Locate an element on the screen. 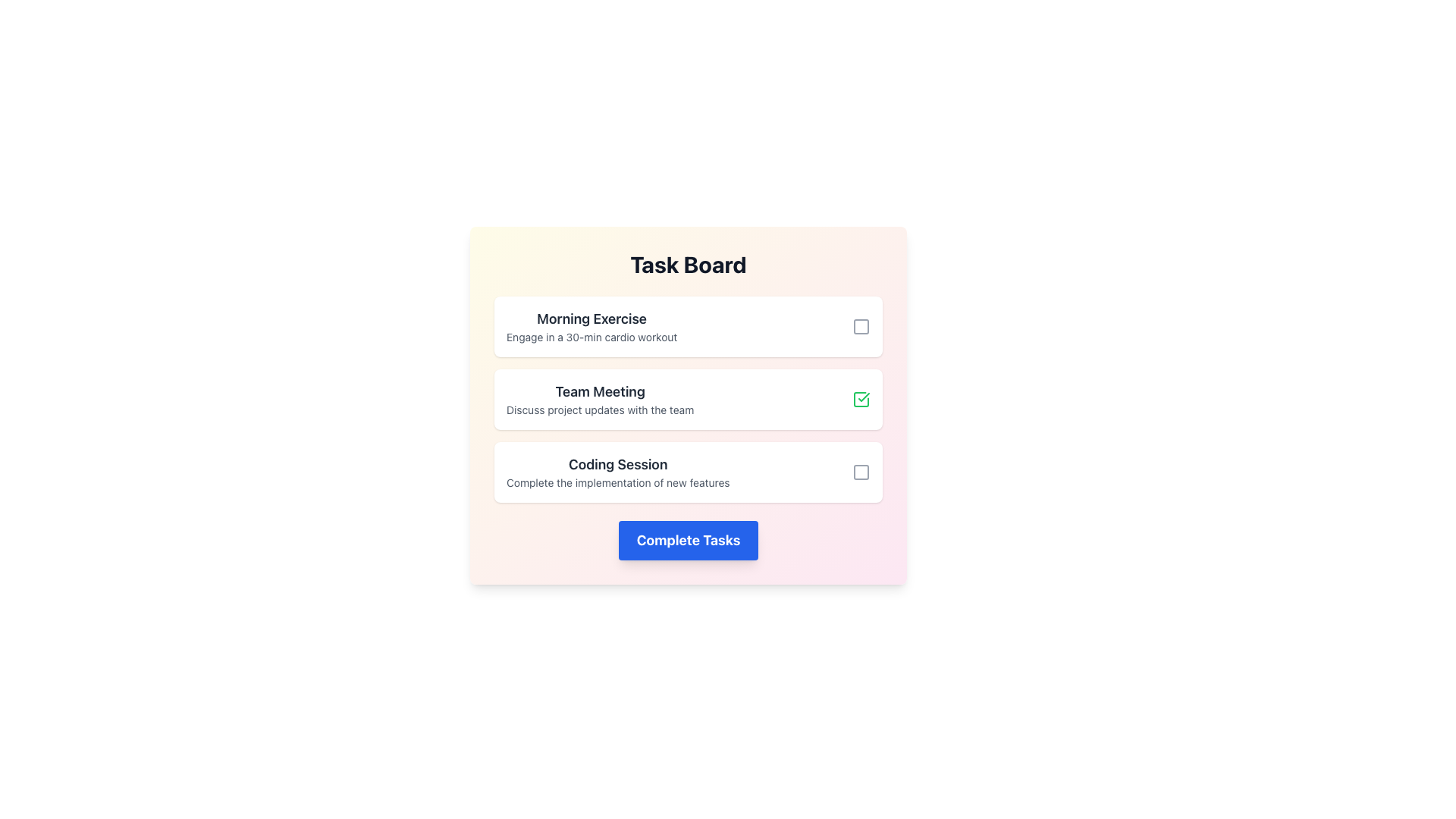  the 'Morning Exercise' label, which is a bold text label in dark gray color located above the subtitle 'Engage in a 30-min cardio workout' and to the left of a checkbox in the first task section under 'Task Board' is located at coordinates (591, 318).